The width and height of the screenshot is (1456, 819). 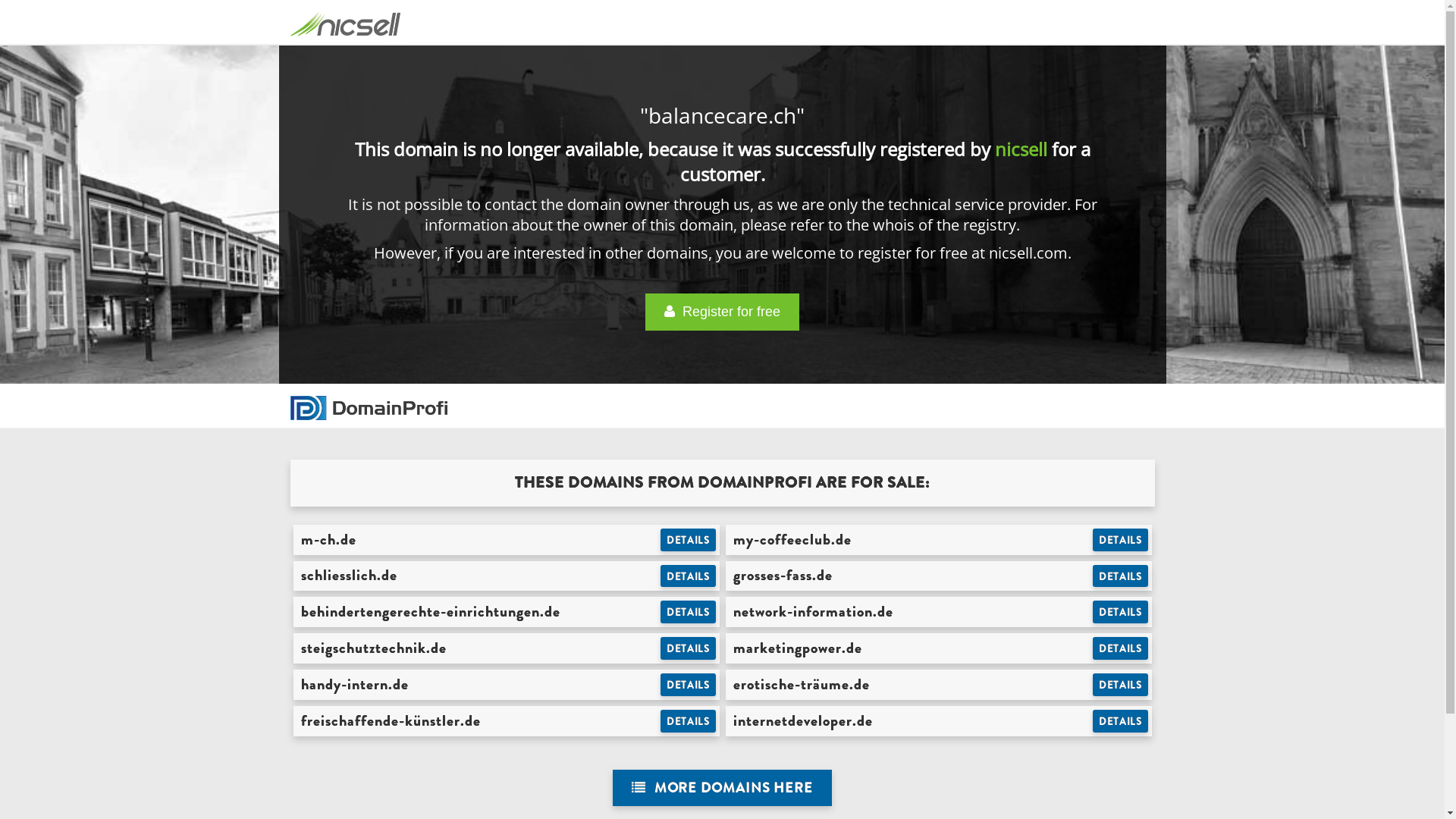 What do you see at coordinates (1120, 720) in the screenshot?
I see `'DETAILS'` at bounding box center [1120, 720].